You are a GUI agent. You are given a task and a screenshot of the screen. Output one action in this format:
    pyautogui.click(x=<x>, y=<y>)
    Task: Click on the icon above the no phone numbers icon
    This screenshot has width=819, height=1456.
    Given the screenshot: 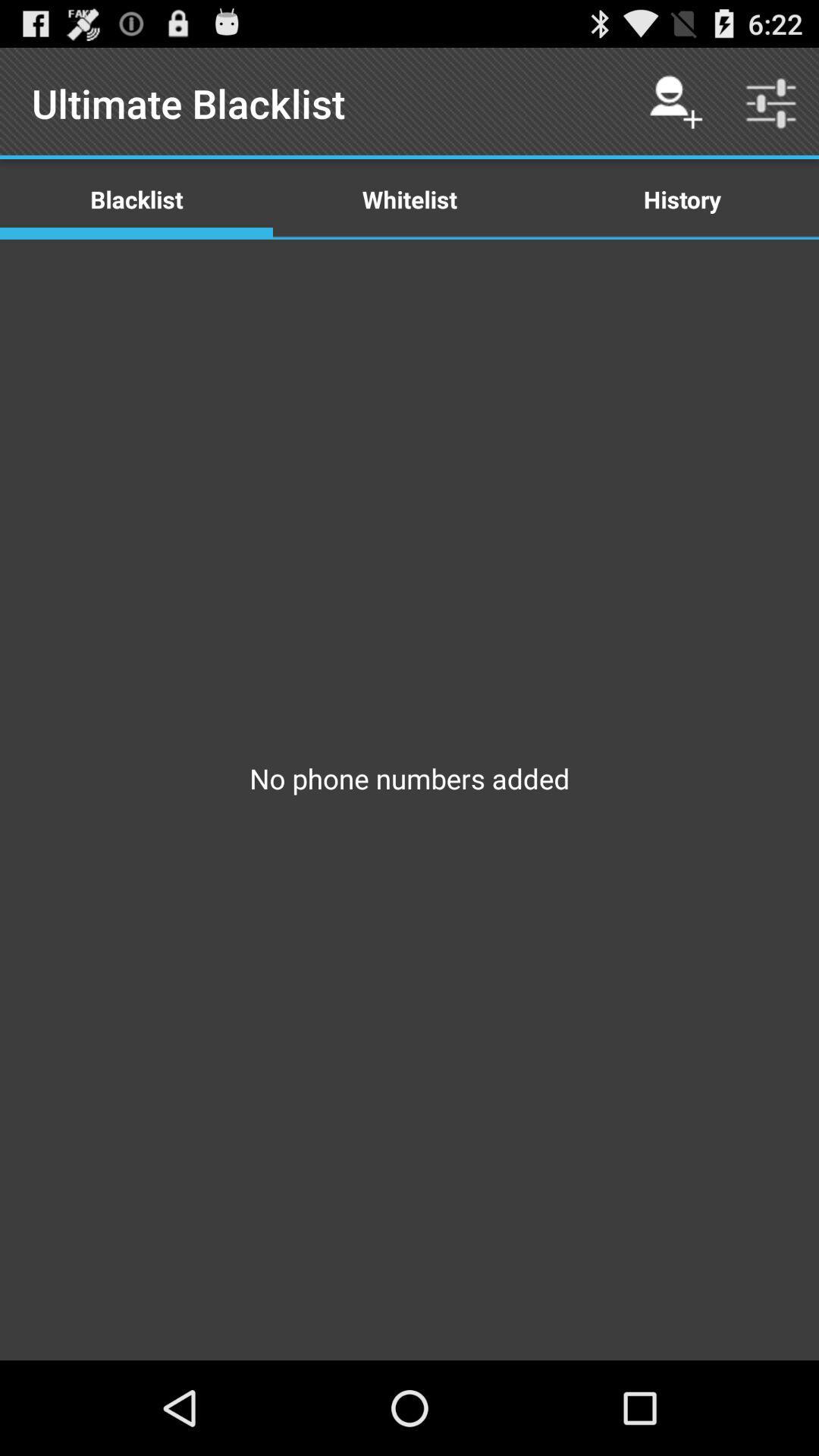 What is the action you would take?
    pyautogui.click(x=409, y=198)
    